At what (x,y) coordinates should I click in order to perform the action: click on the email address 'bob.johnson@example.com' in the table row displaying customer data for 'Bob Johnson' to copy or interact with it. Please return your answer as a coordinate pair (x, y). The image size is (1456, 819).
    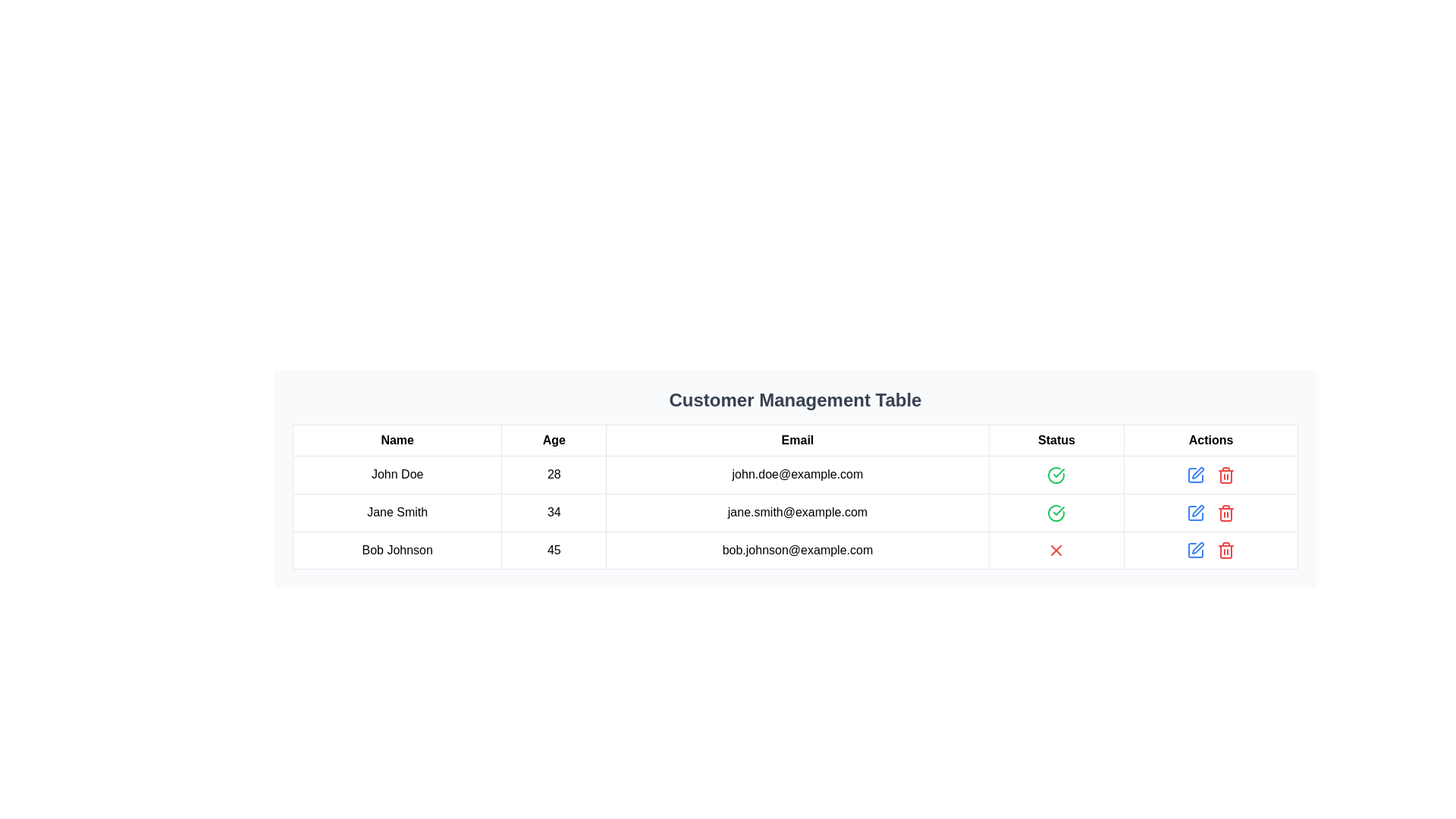
    Looking at the image, I should click on (795, 550).